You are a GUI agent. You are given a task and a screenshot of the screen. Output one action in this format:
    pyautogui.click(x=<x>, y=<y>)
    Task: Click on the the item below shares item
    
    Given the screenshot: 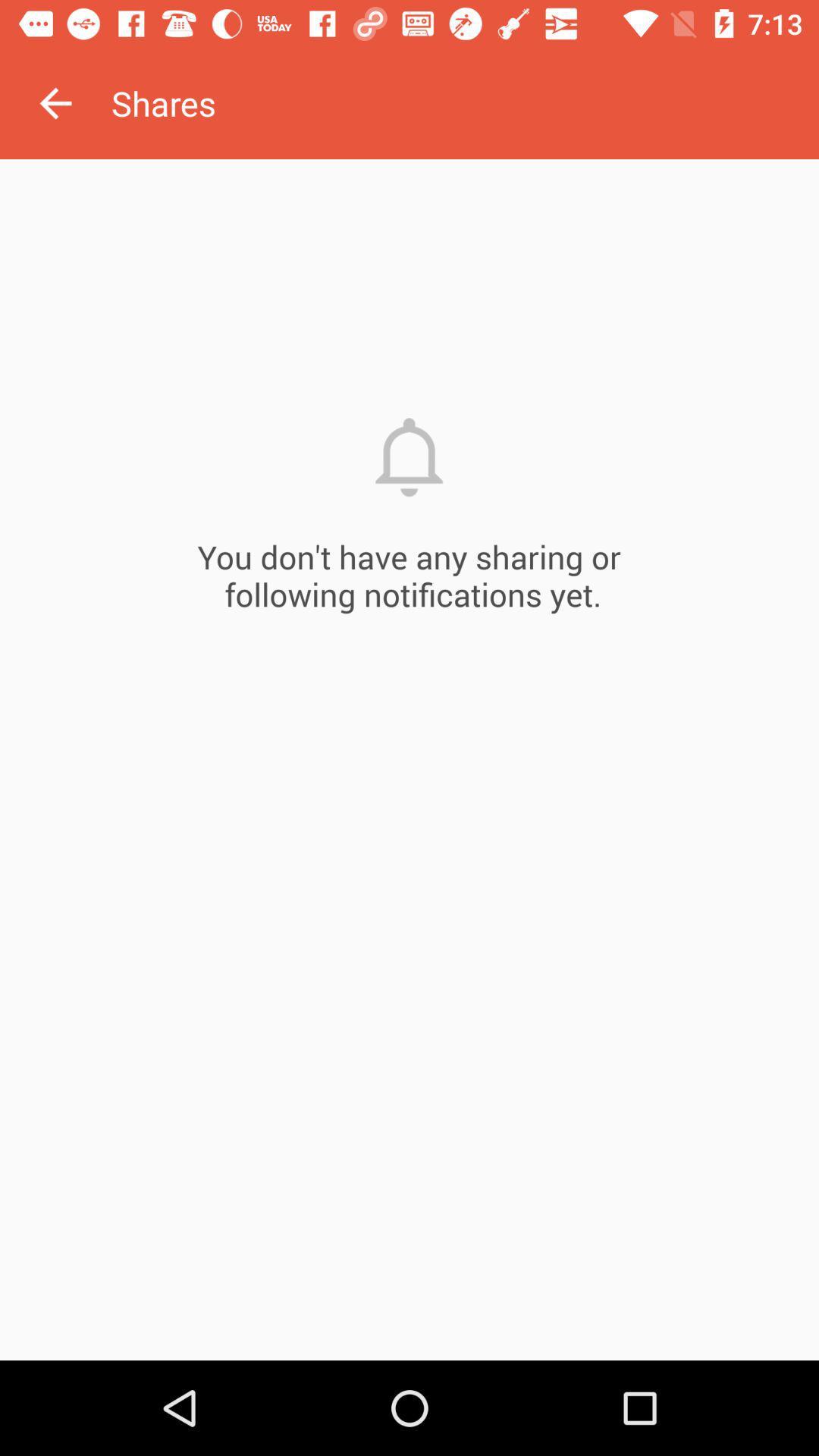 What is the action you would take?
    pyautogui.click(x=409, y=760)
    